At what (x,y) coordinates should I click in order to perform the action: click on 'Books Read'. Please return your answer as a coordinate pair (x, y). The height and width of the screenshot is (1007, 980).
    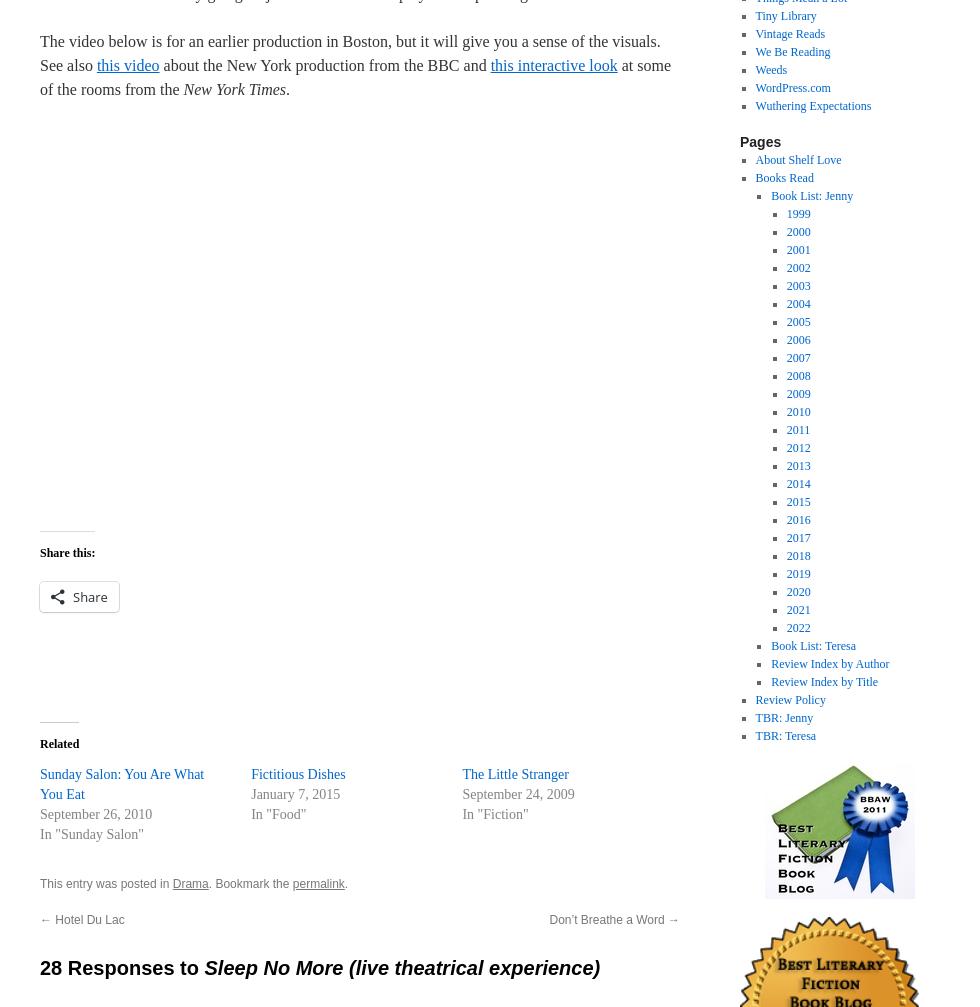
    Looking at the image, I should click on (784, 178).